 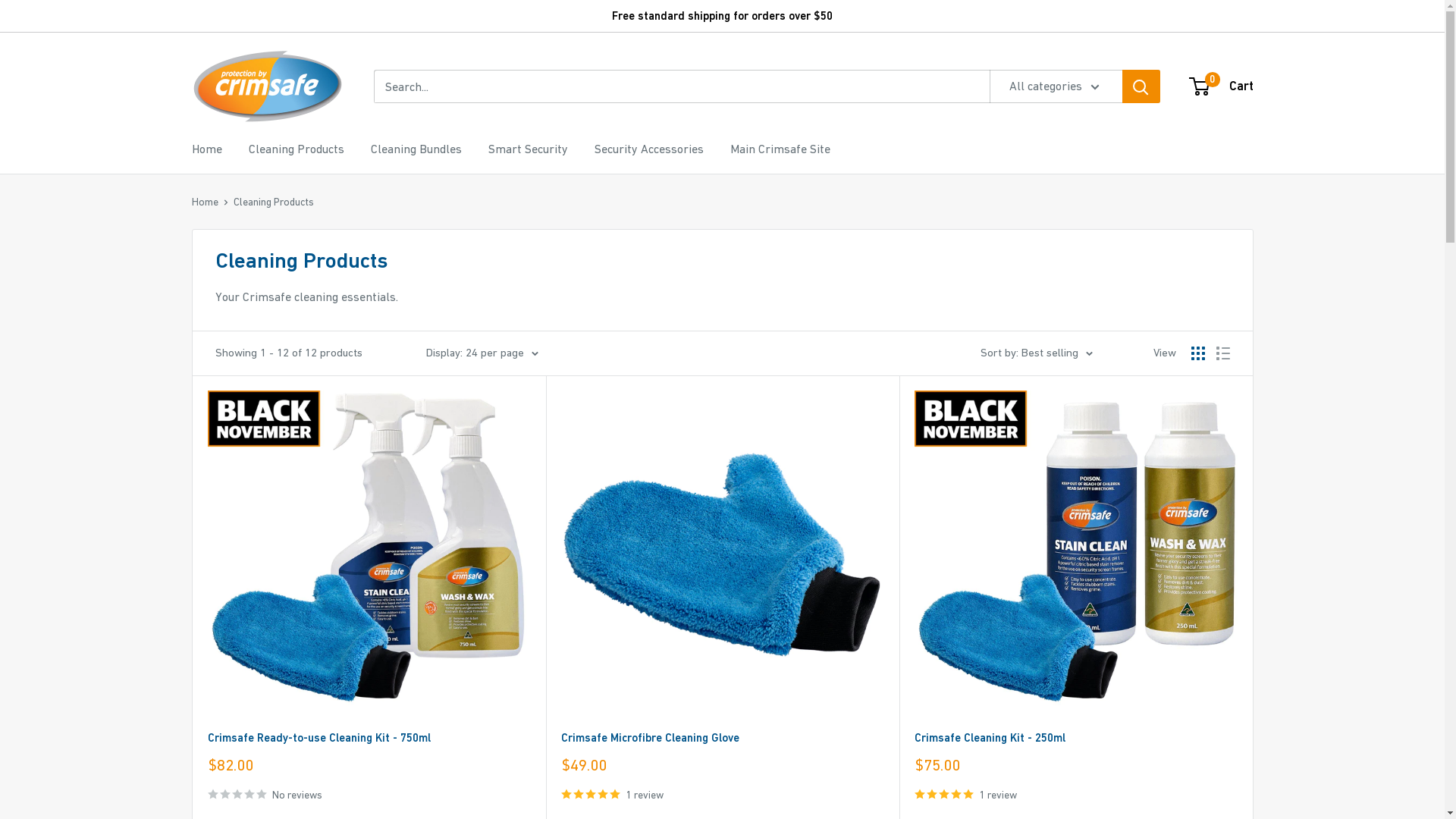 I want to click on 'Smart Security', so click(x=528, y=149).